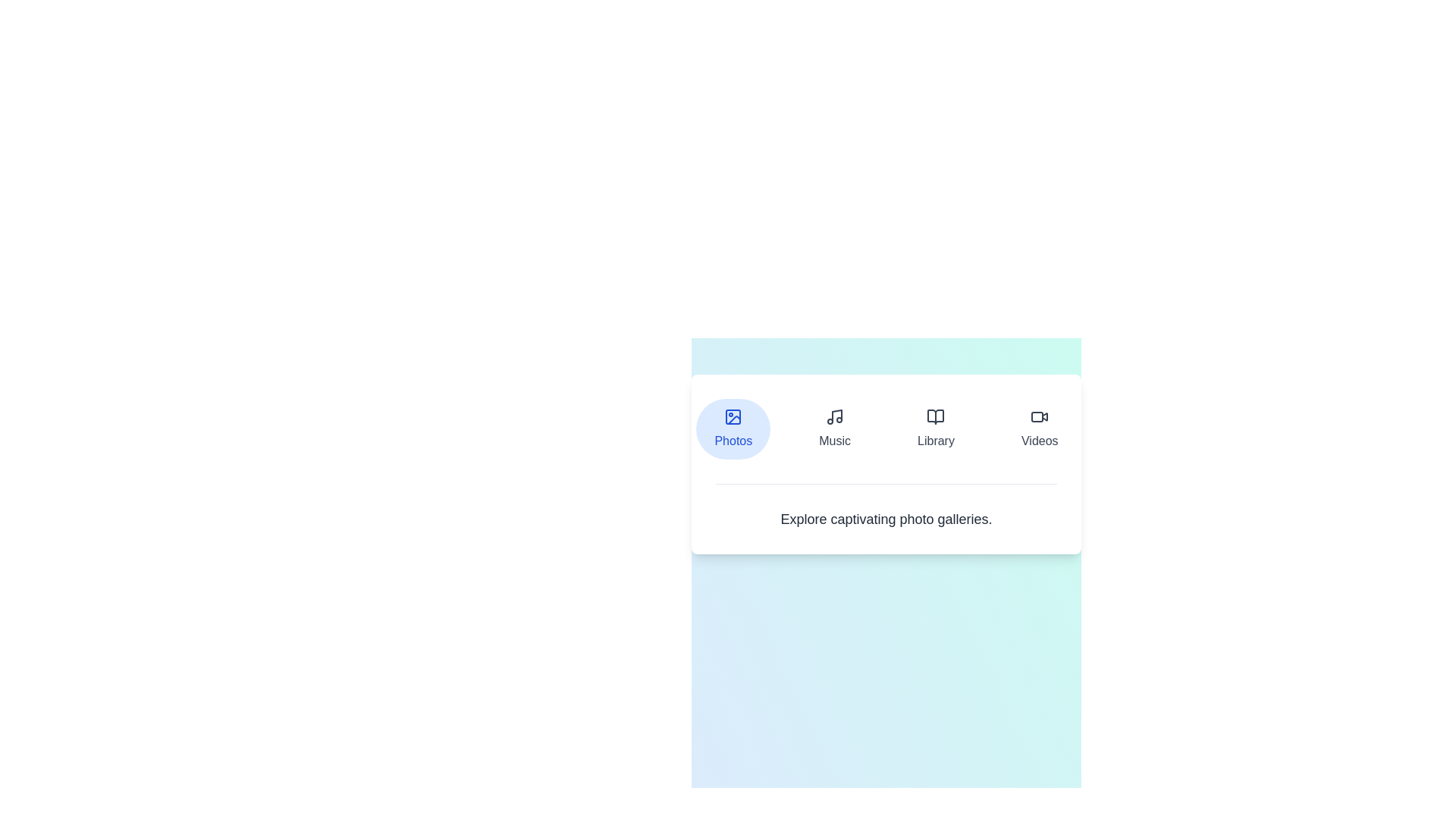  What do you see at coordinates (834, 429) in the screenshot?
I see `the 'Music' button, which is represented by a musical note icon followed by the label 'Music', located in the navigation menu near the top-center of the interface` at bounding box center [834, 429].